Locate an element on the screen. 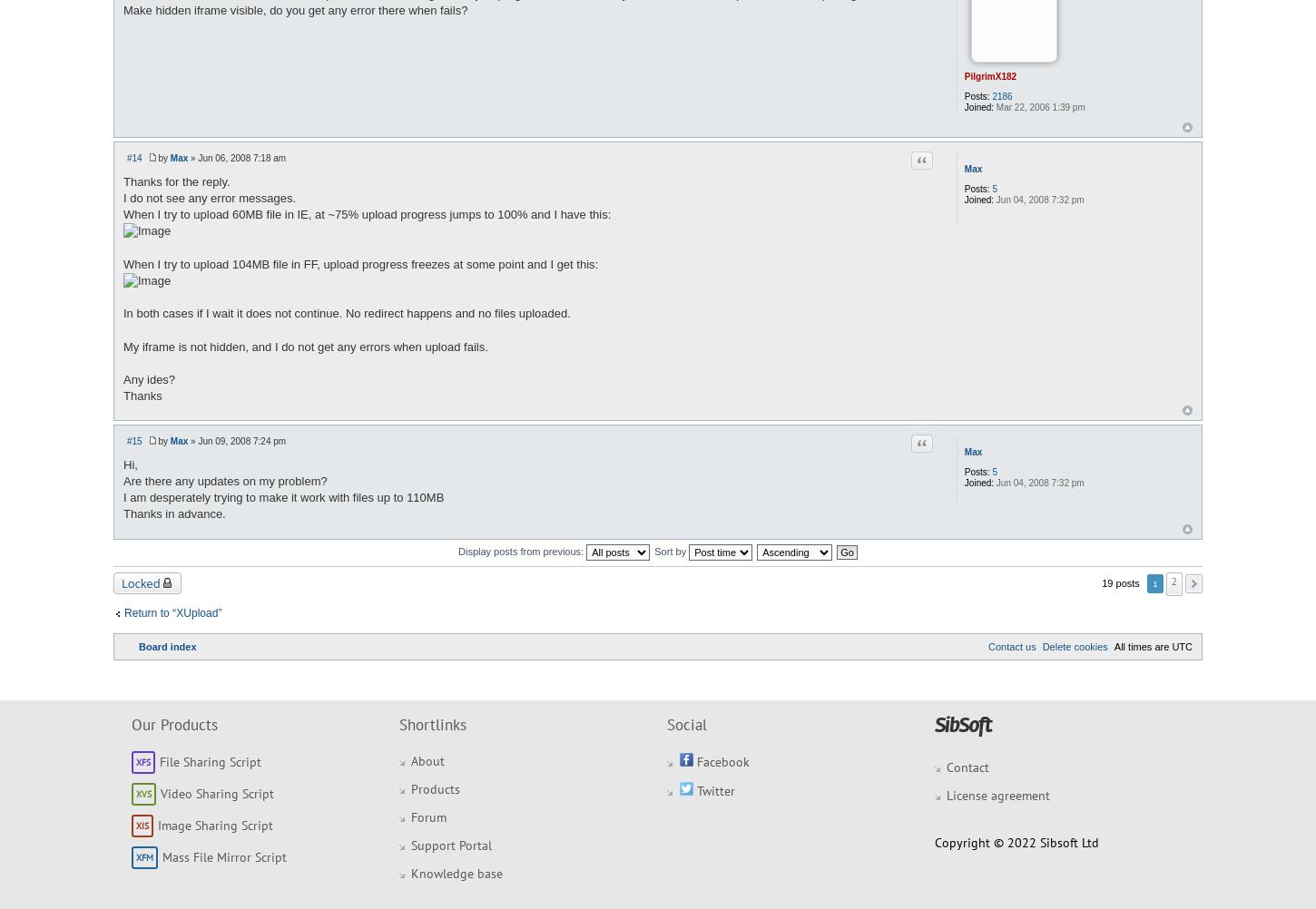  '#14' is located at coordinates (133, 157).